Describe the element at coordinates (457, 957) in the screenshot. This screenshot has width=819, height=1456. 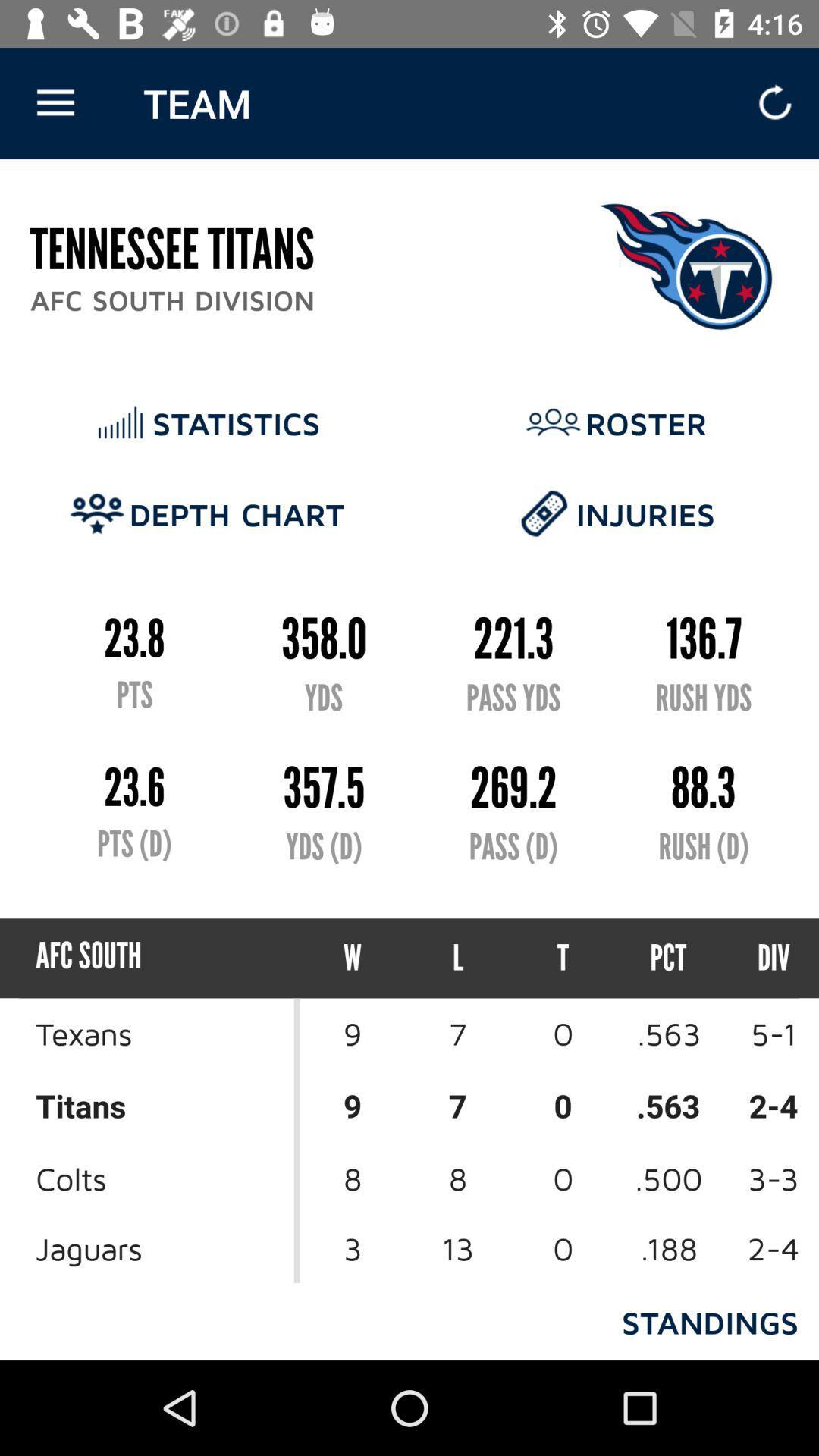
I see `item below the pass (d) icon` at that location.